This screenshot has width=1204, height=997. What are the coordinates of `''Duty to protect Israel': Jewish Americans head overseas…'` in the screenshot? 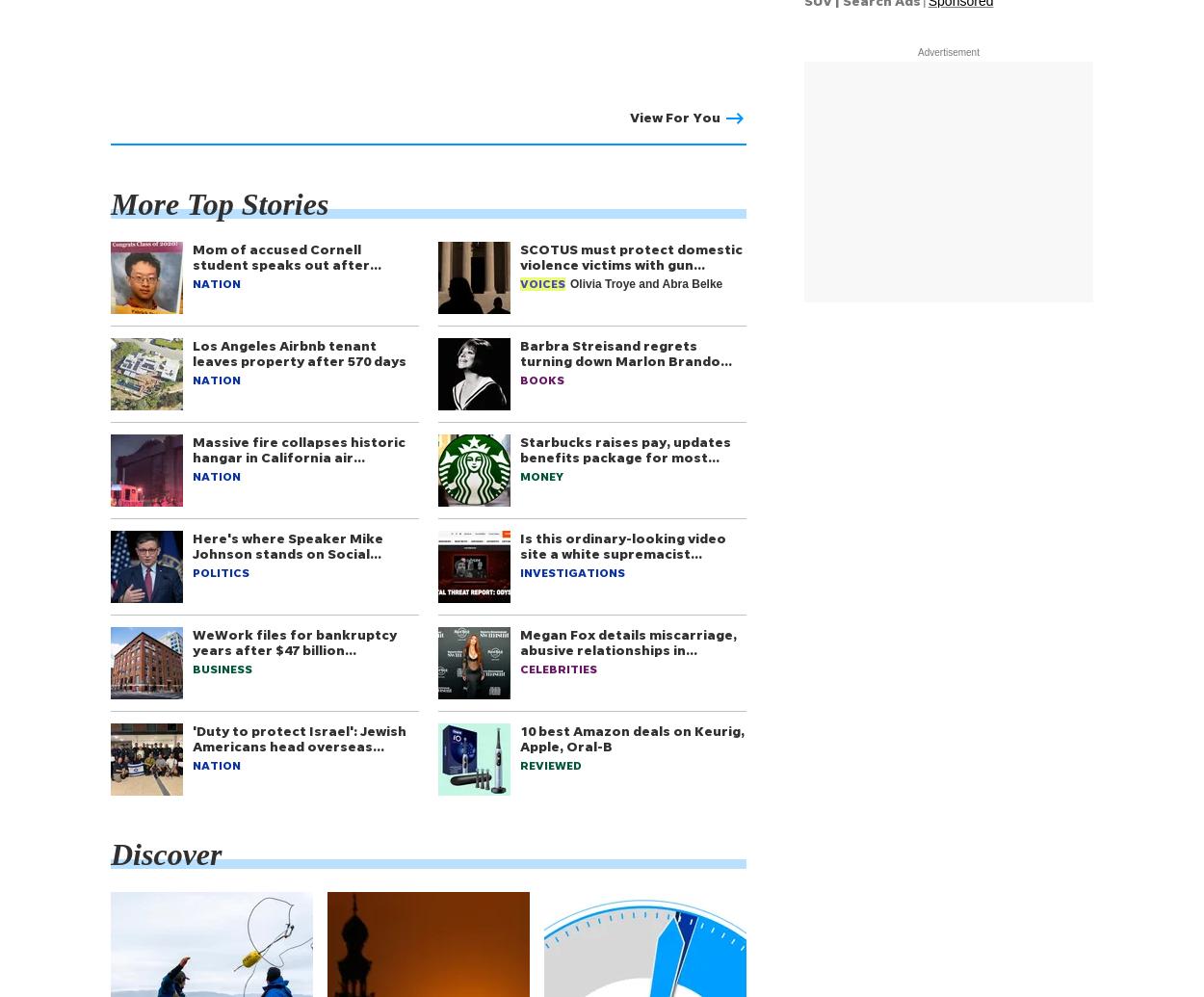 It's located at (300, 737).